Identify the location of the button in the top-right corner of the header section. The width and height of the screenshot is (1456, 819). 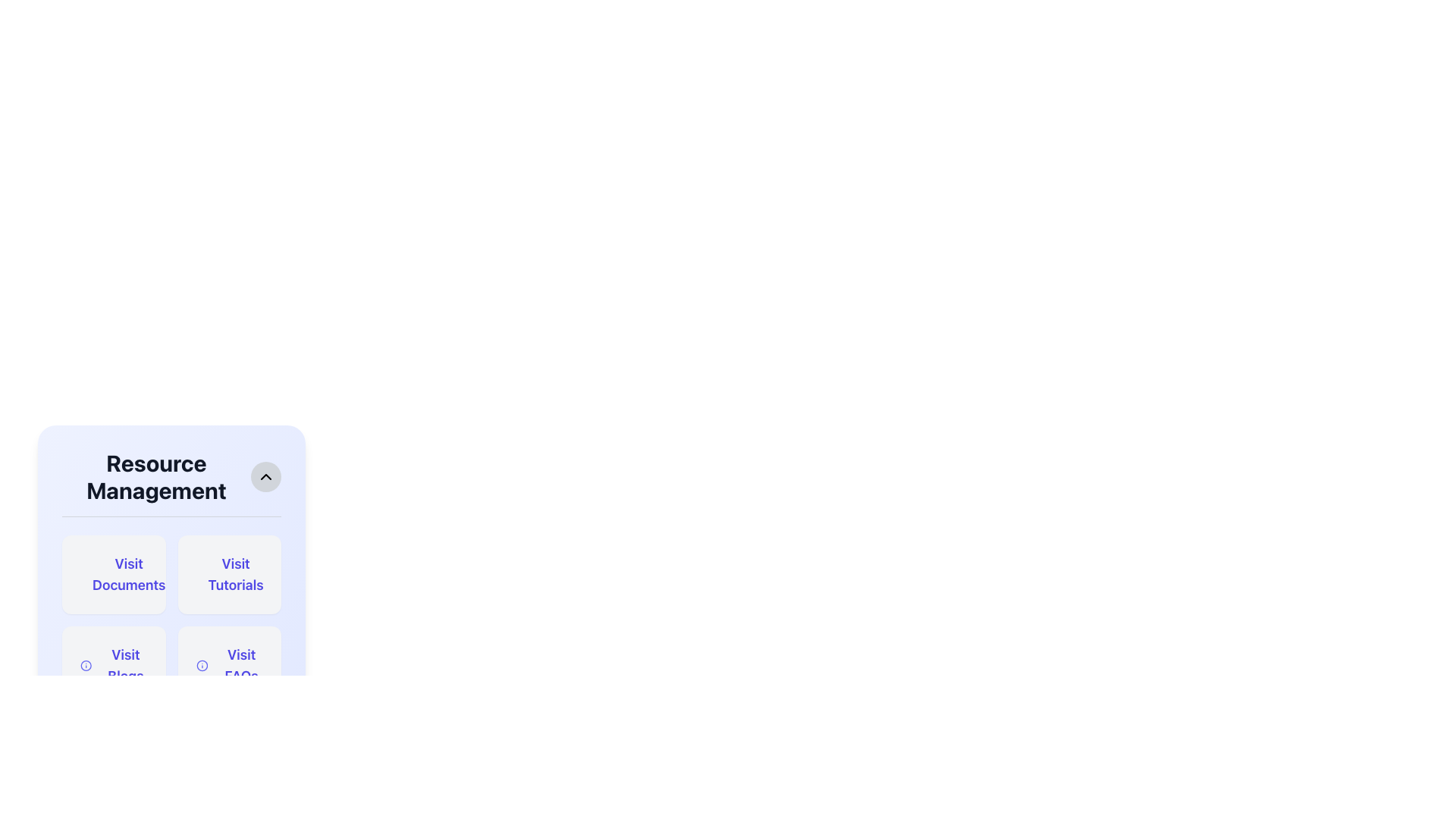
(265, 475).